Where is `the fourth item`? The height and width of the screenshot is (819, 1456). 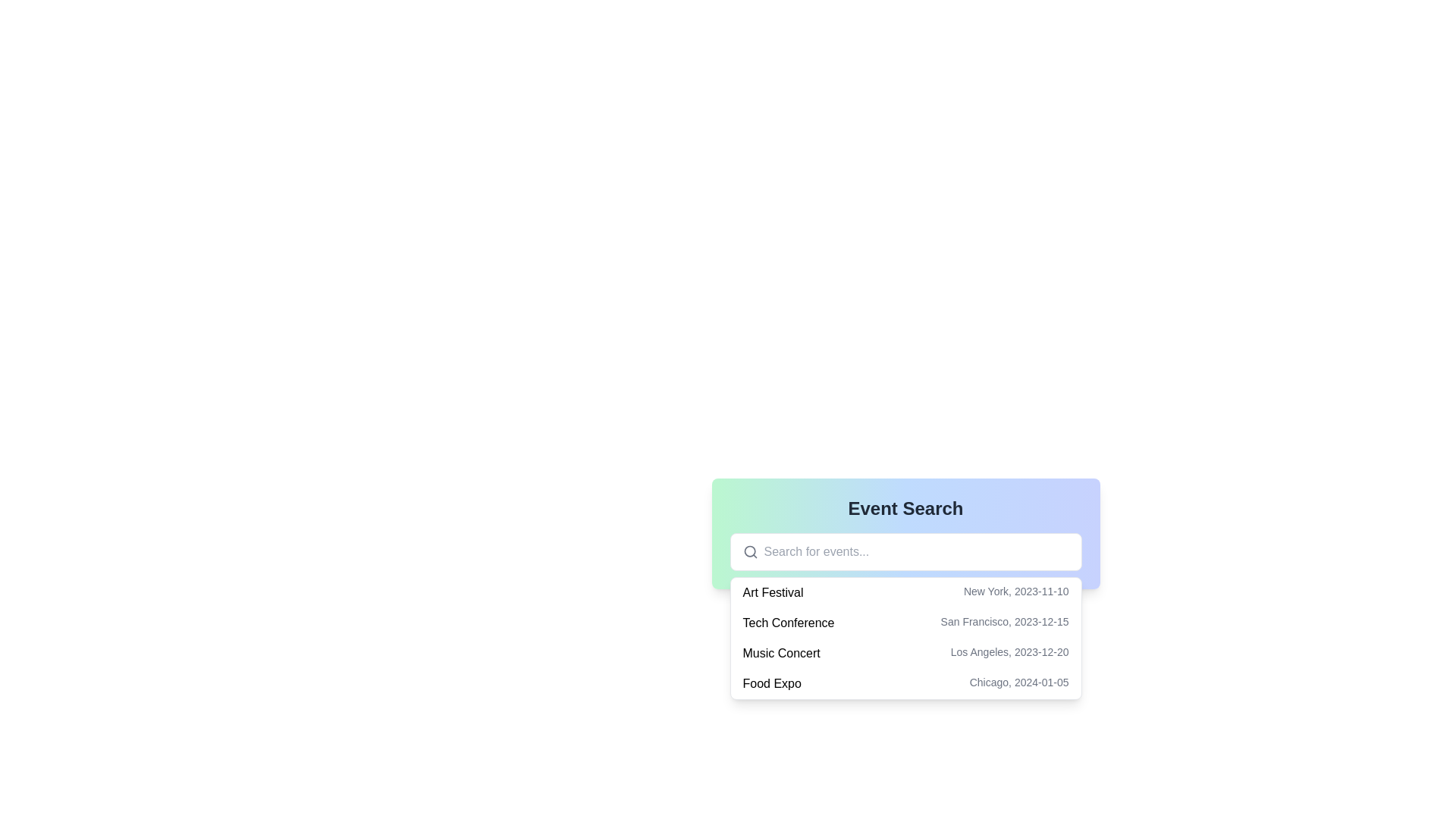 the fourth item is located at coordinates (905, 684).